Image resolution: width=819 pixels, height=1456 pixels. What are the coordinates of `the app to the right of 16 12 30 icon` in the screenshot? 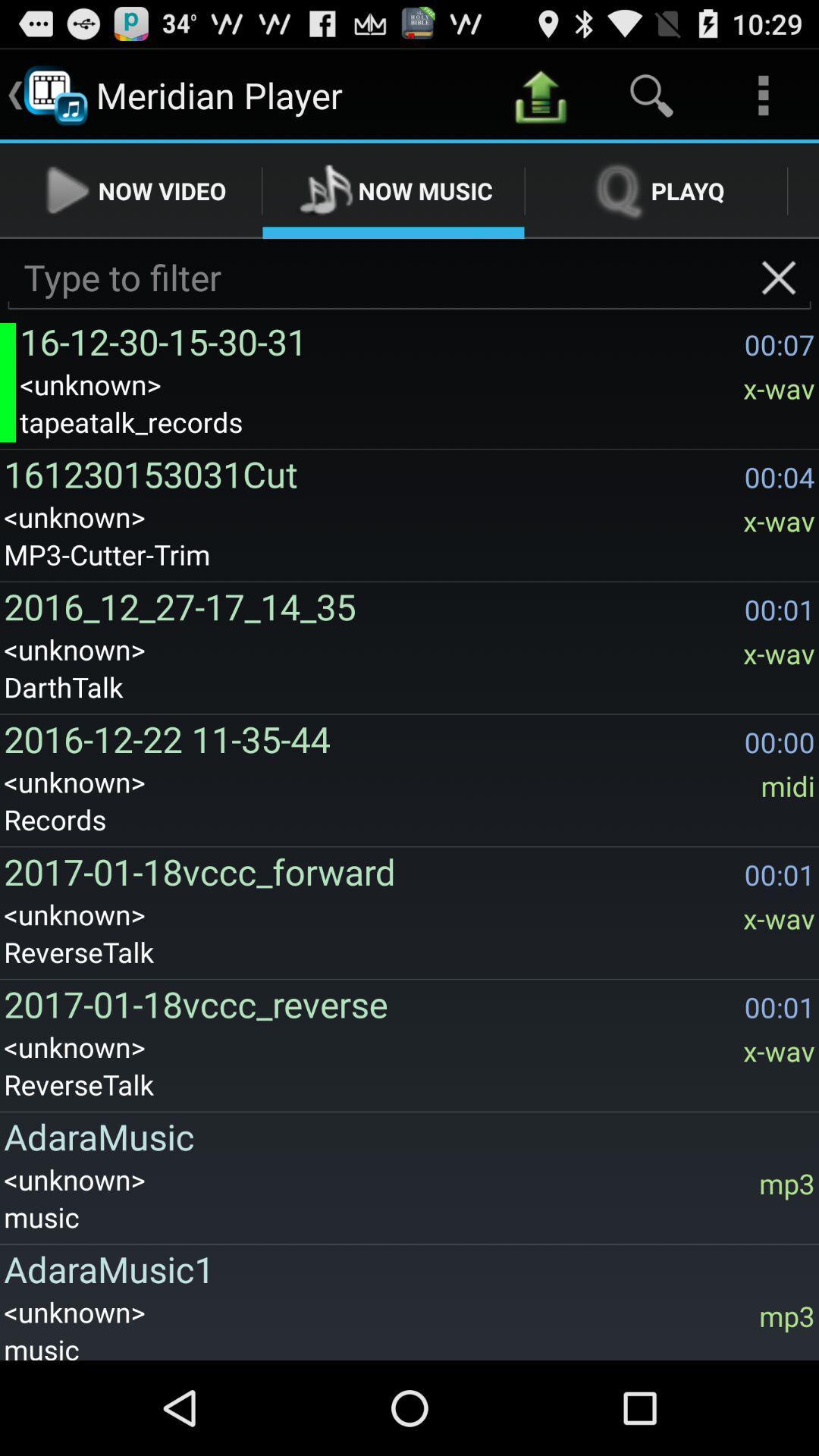 It's located at (779, 278).